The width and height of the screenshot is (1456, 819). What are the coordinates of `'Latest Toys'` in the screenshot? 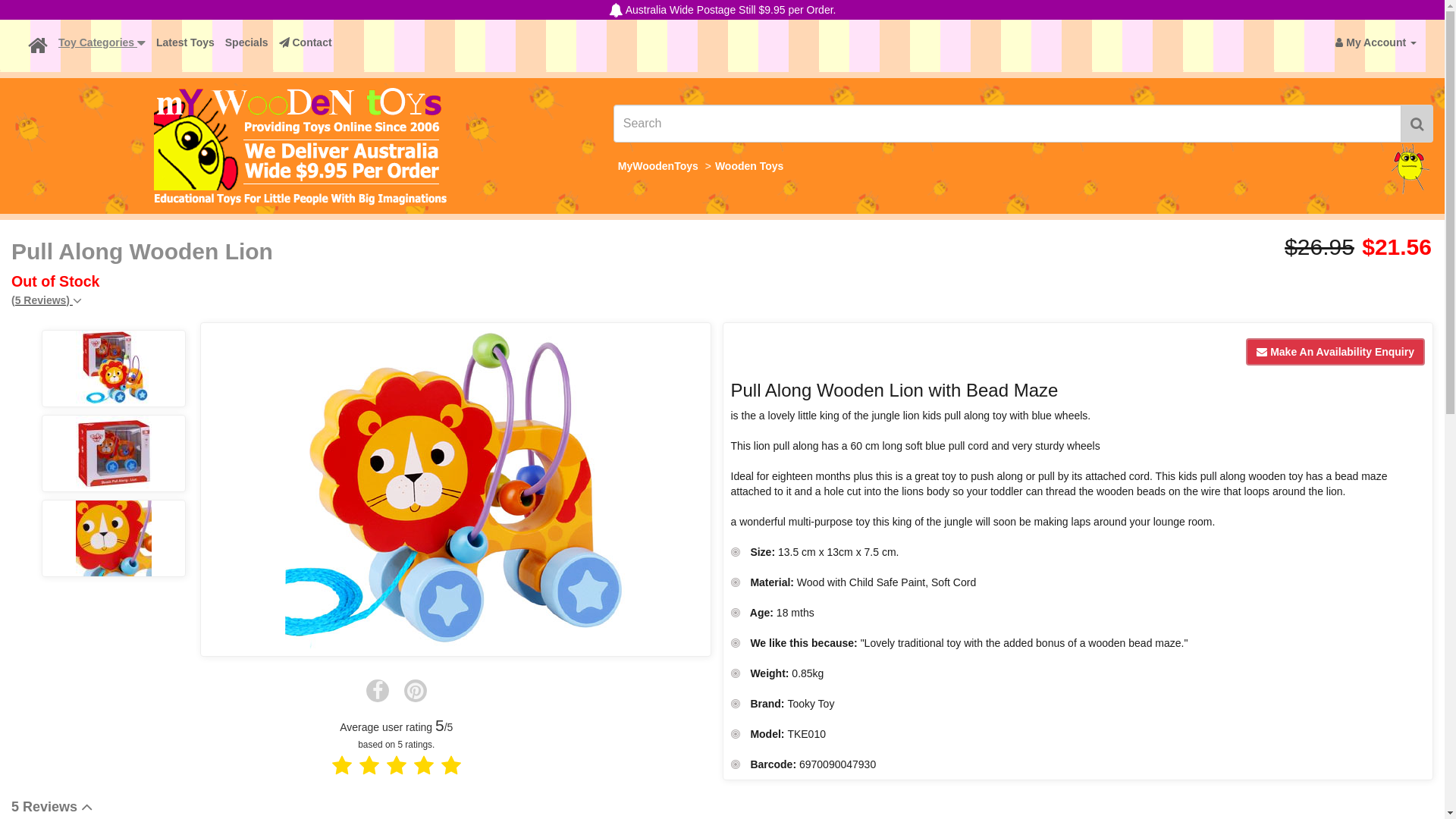 It's located at (184, 42).